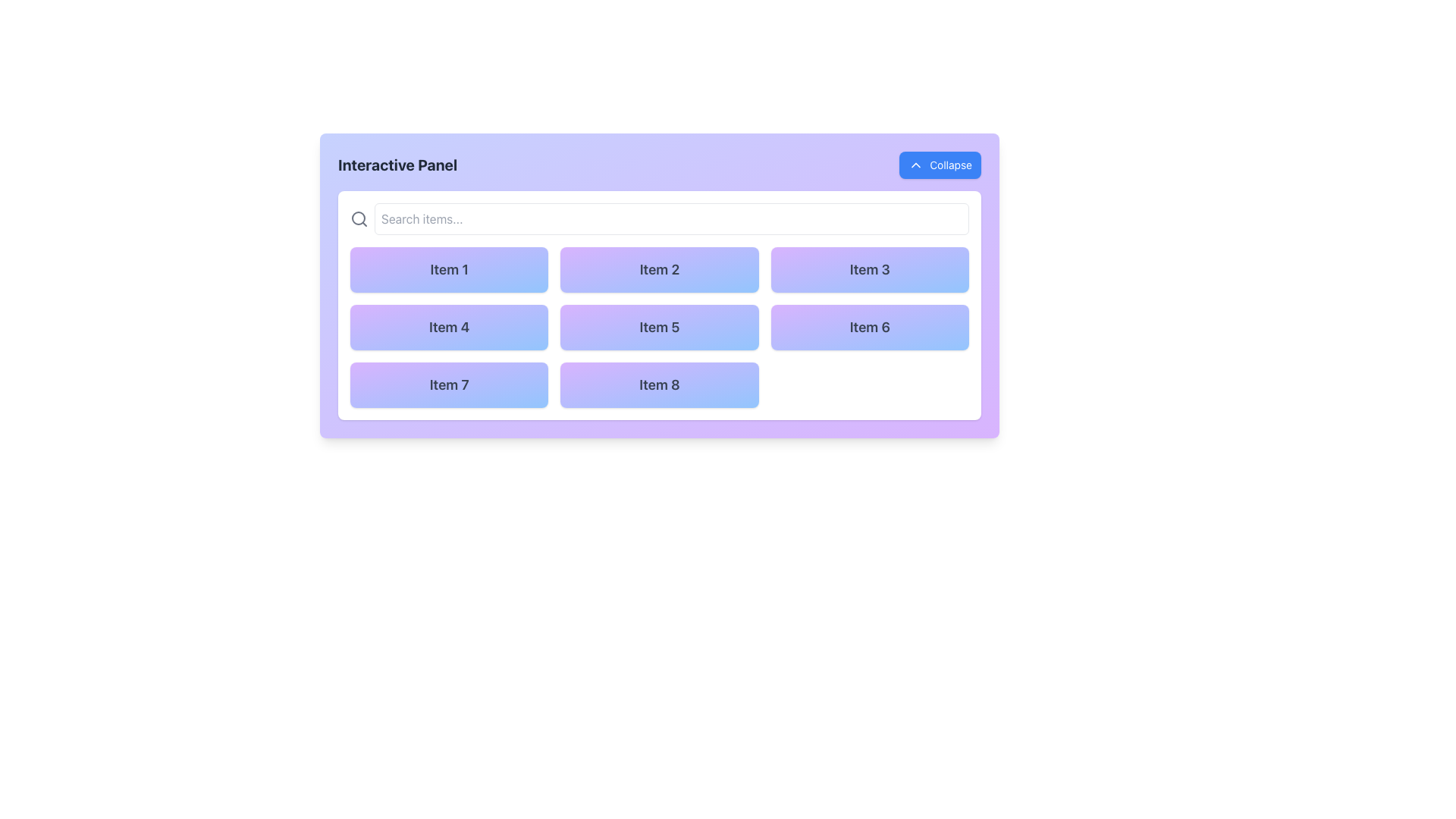 This screenshot has width=1456, height=819. I want to click on the 'Item 4' text label within the button component, which is the fourth item in a grid layout, centered in a card-like structure with a gradient background, so click(448, 326).